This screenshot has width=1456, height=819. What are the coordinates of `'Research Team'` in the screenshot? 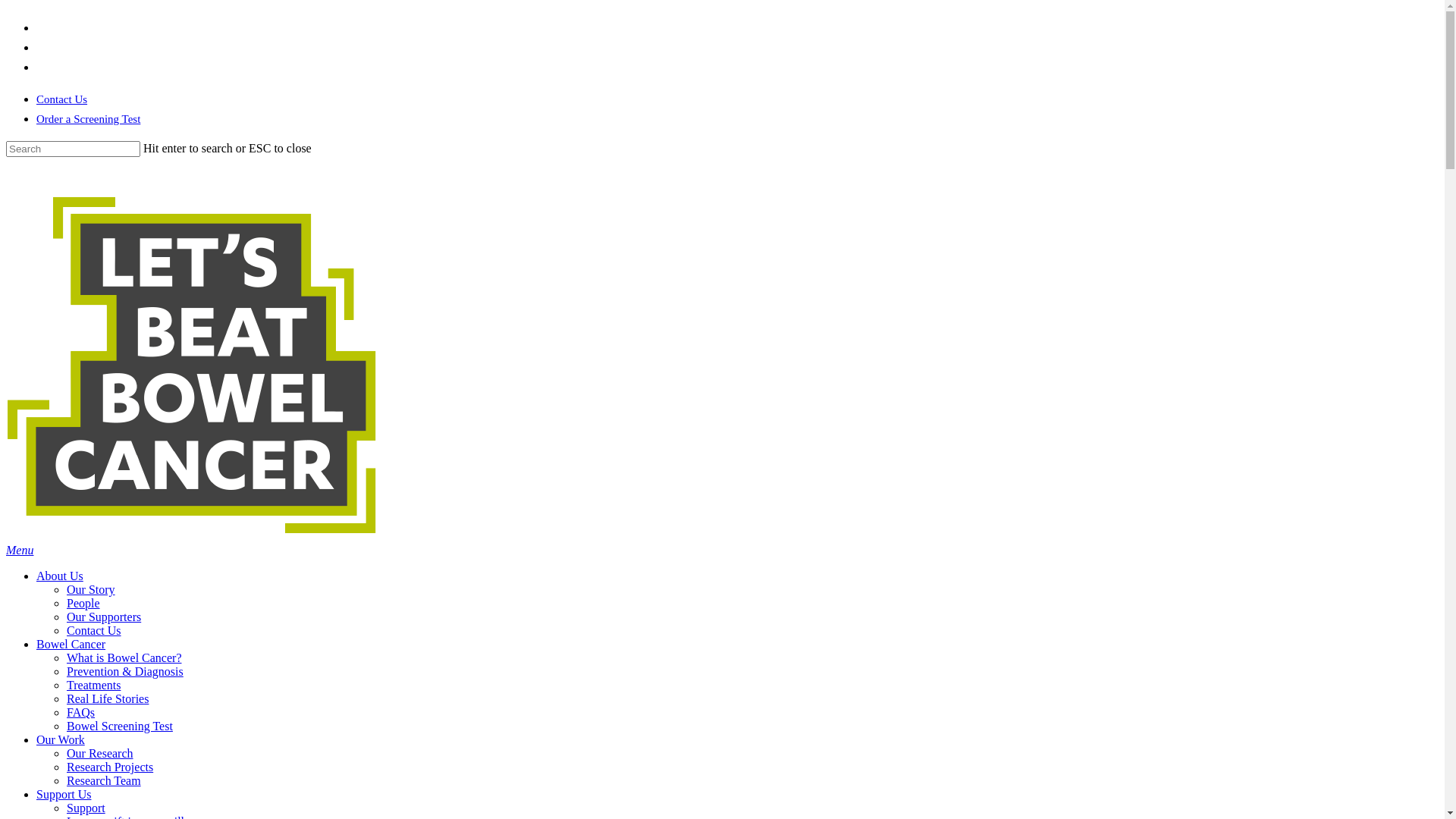 It's located at (103, 780).